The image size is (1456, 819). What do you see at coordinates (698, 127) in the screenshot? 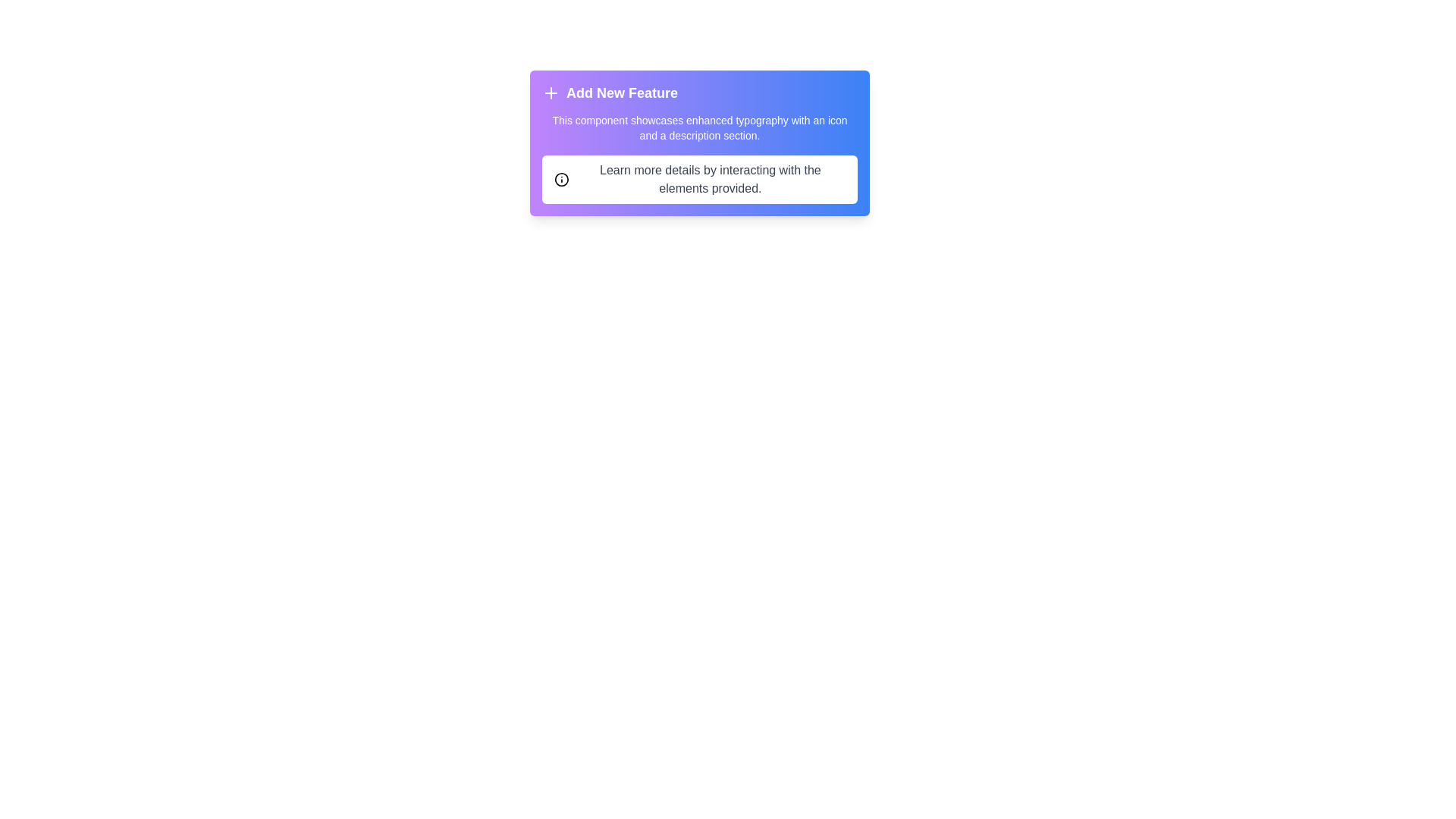
I see `the text block styled with white font that contains the sentence 'This component showcases enhanced typography with an icon and a description section.' located below the heading 'Add New Feature'` at bounding box center [698, 127].